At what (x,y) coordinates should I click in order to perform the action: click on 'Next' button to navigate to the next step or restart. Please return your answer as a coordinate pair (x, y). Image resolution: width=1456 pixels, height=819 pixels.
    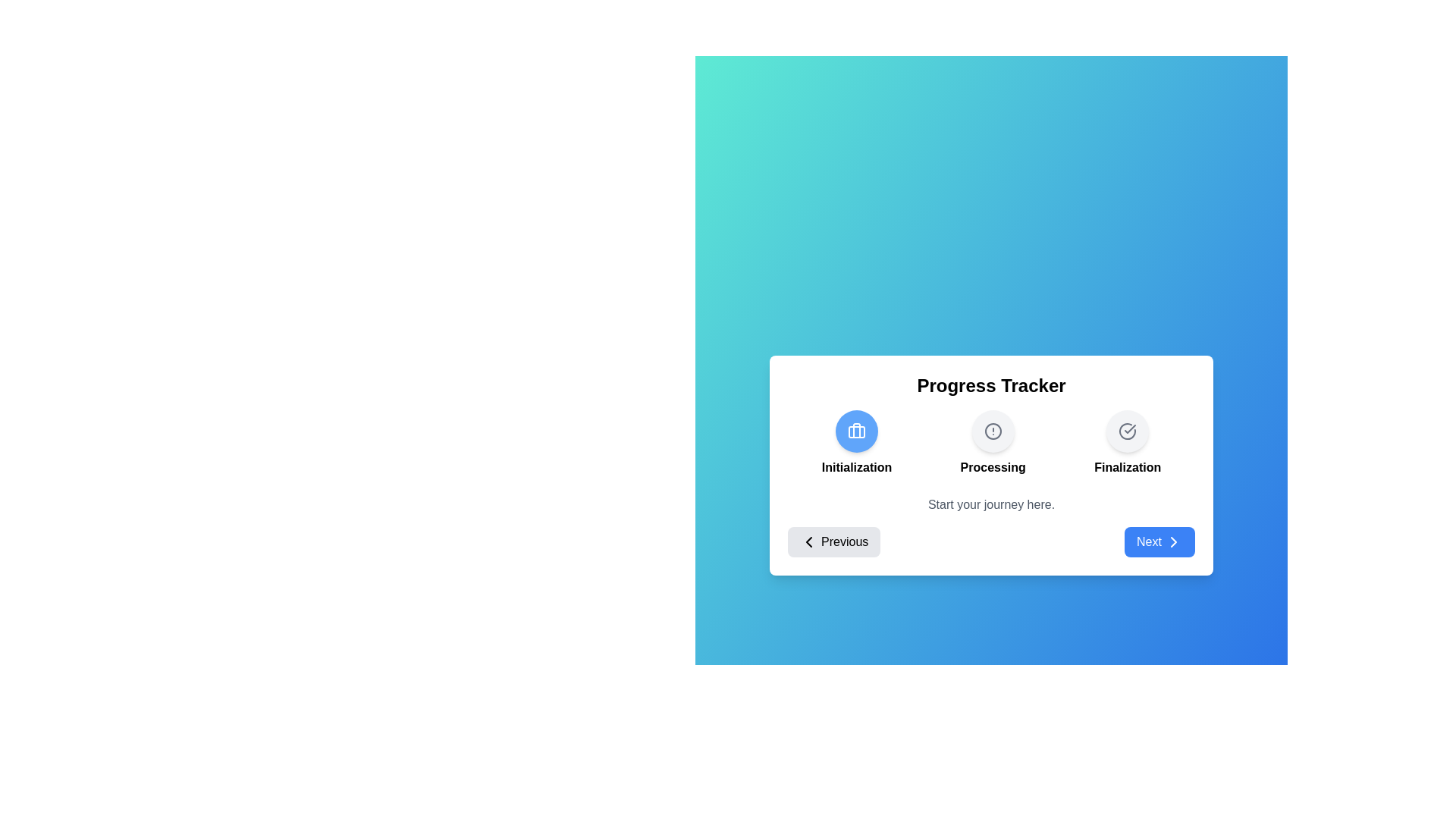
    Looking at the image, I should click on (1159, 541).